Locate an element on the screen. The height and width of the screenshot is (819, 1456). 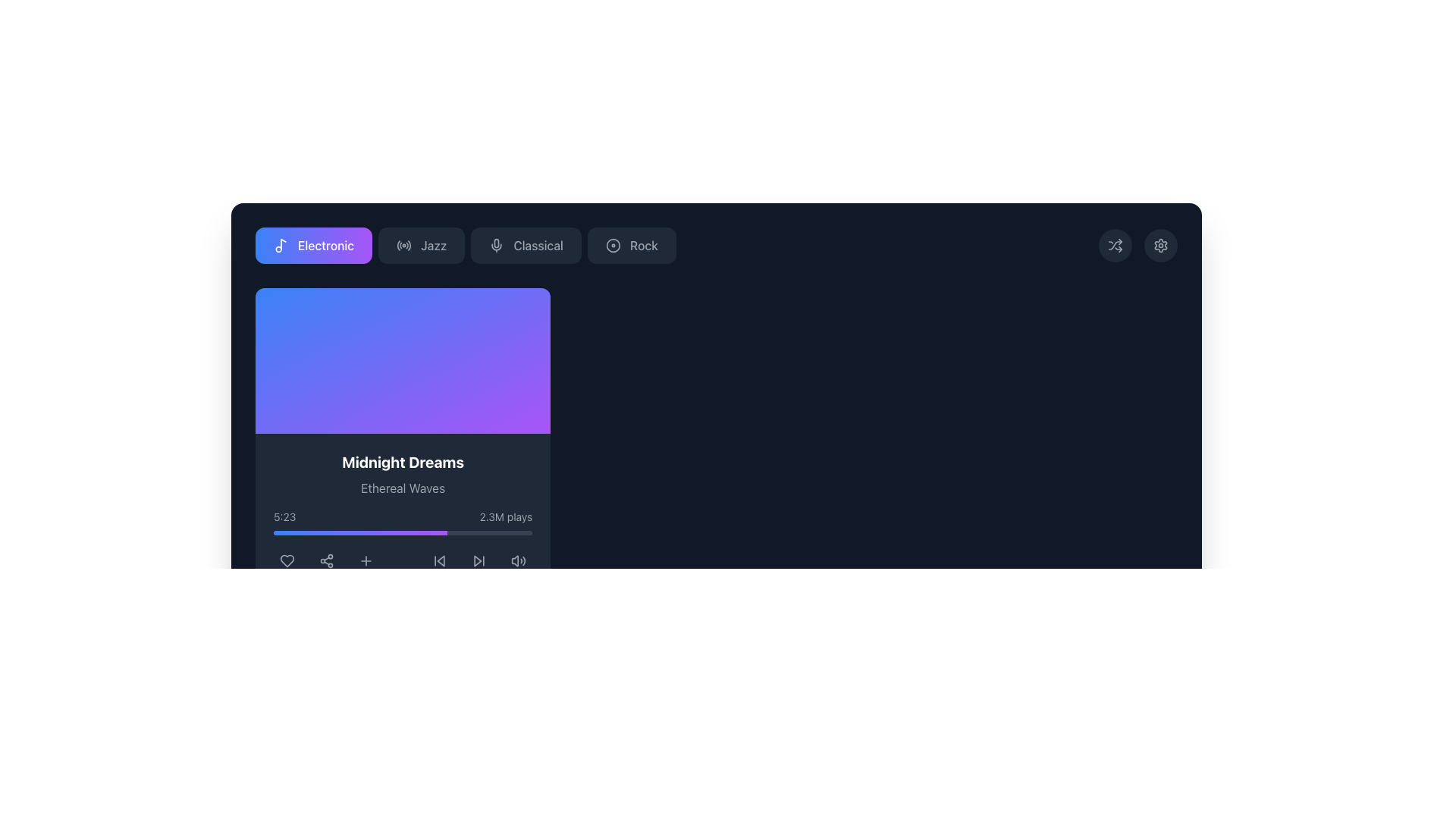
the skip-forward button, which is a small UI component featuring a right-pointing triangle (play icon) and a vertical line is located at coordinates (479, 561).